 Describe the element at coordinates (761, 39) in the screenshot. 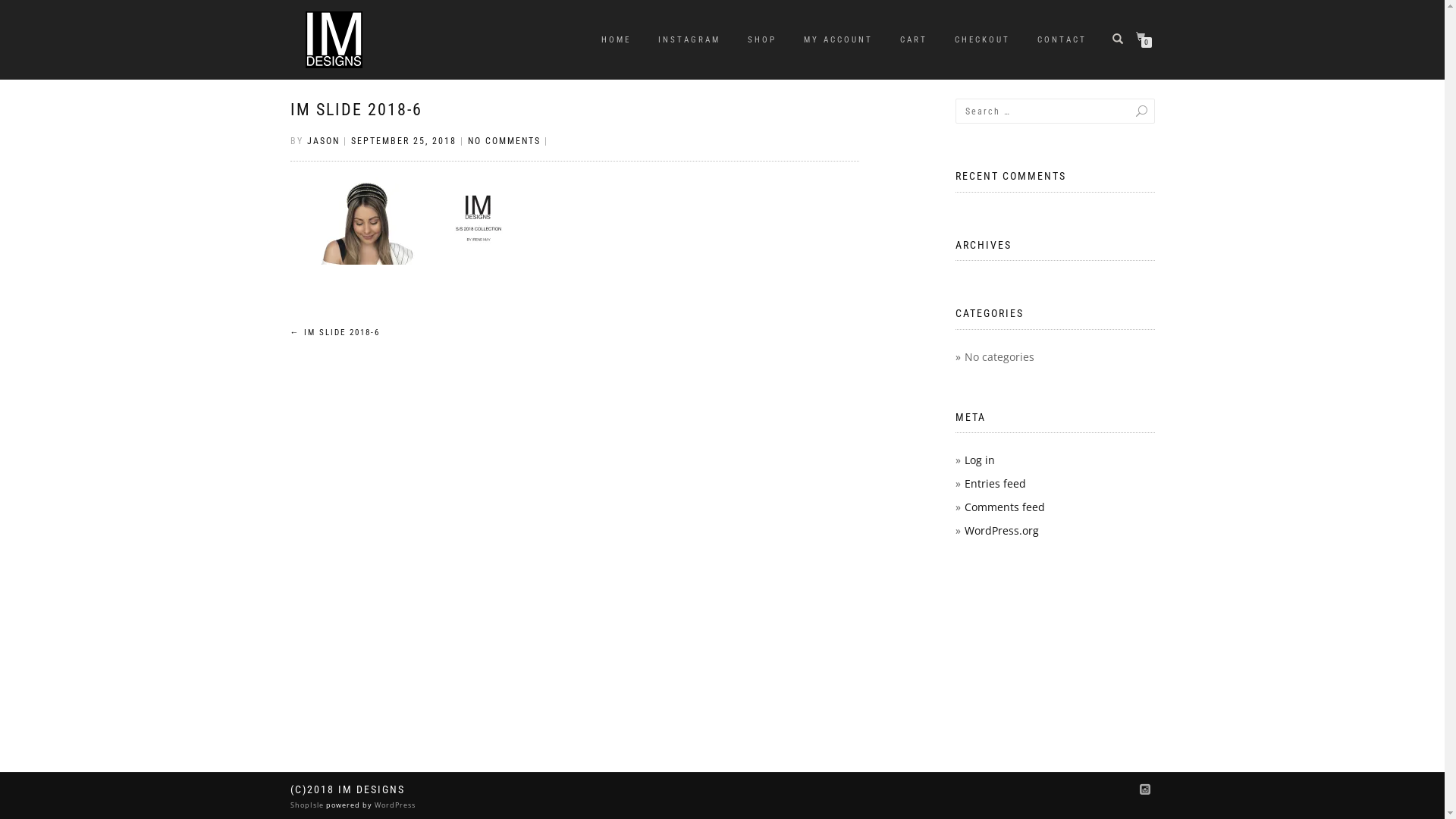

I see `'SHOP'` at that location.